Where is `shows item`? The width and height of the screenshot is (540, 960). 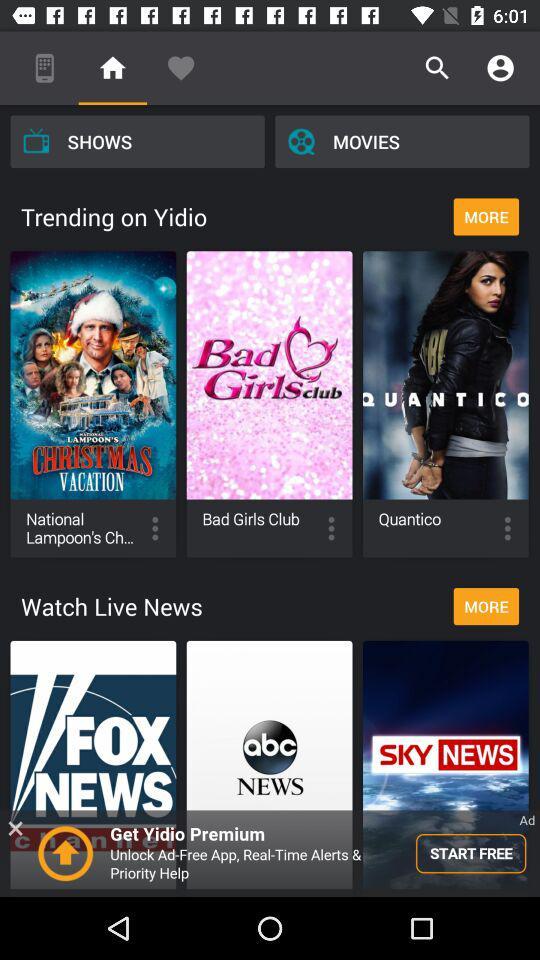 shows item is located at coordinates (136, 140).